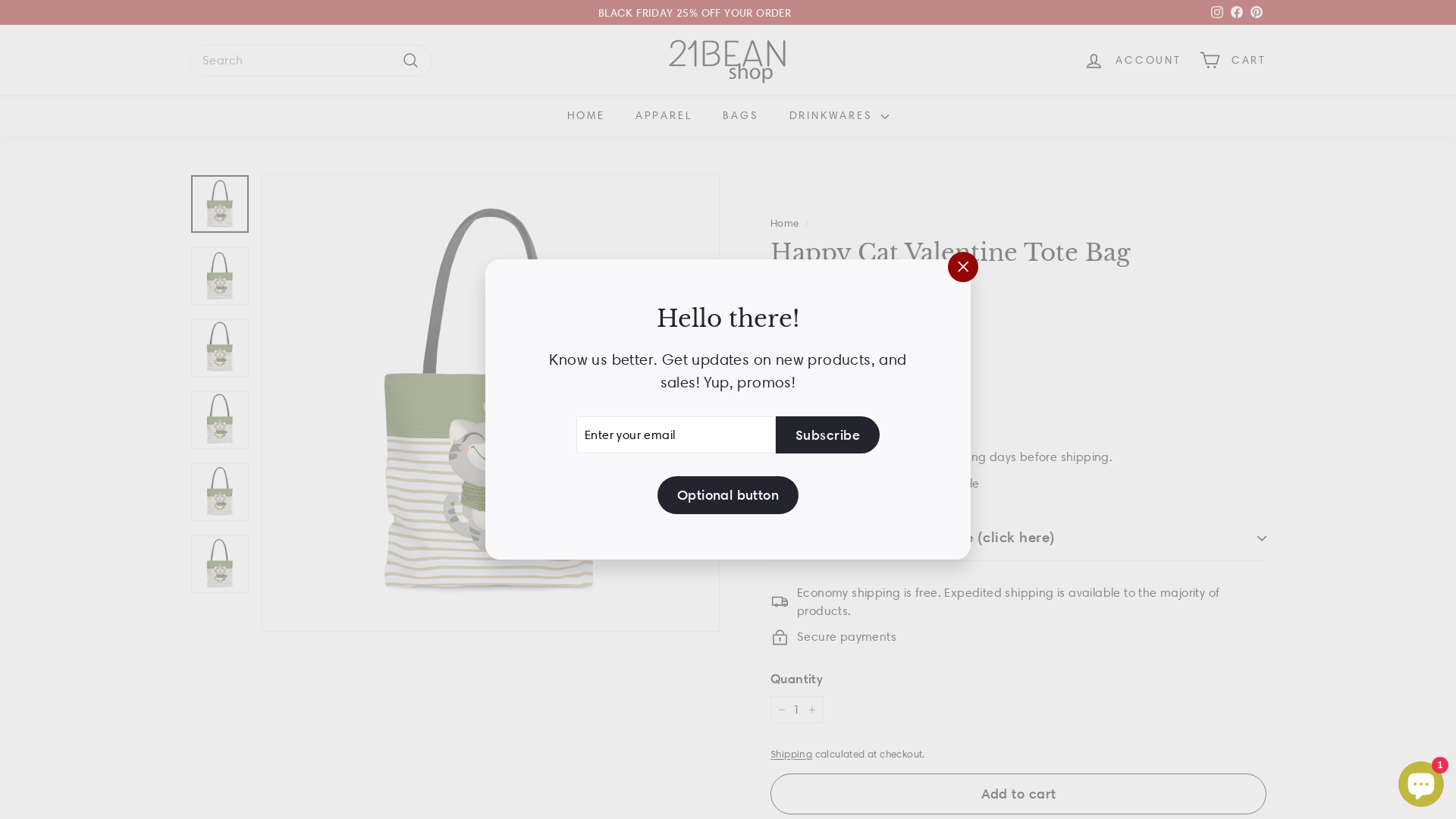  What do you see at coordinates (1256, 11) in the screenshot?
I see `'Pinterest'` at bounding box center [1256, 11].